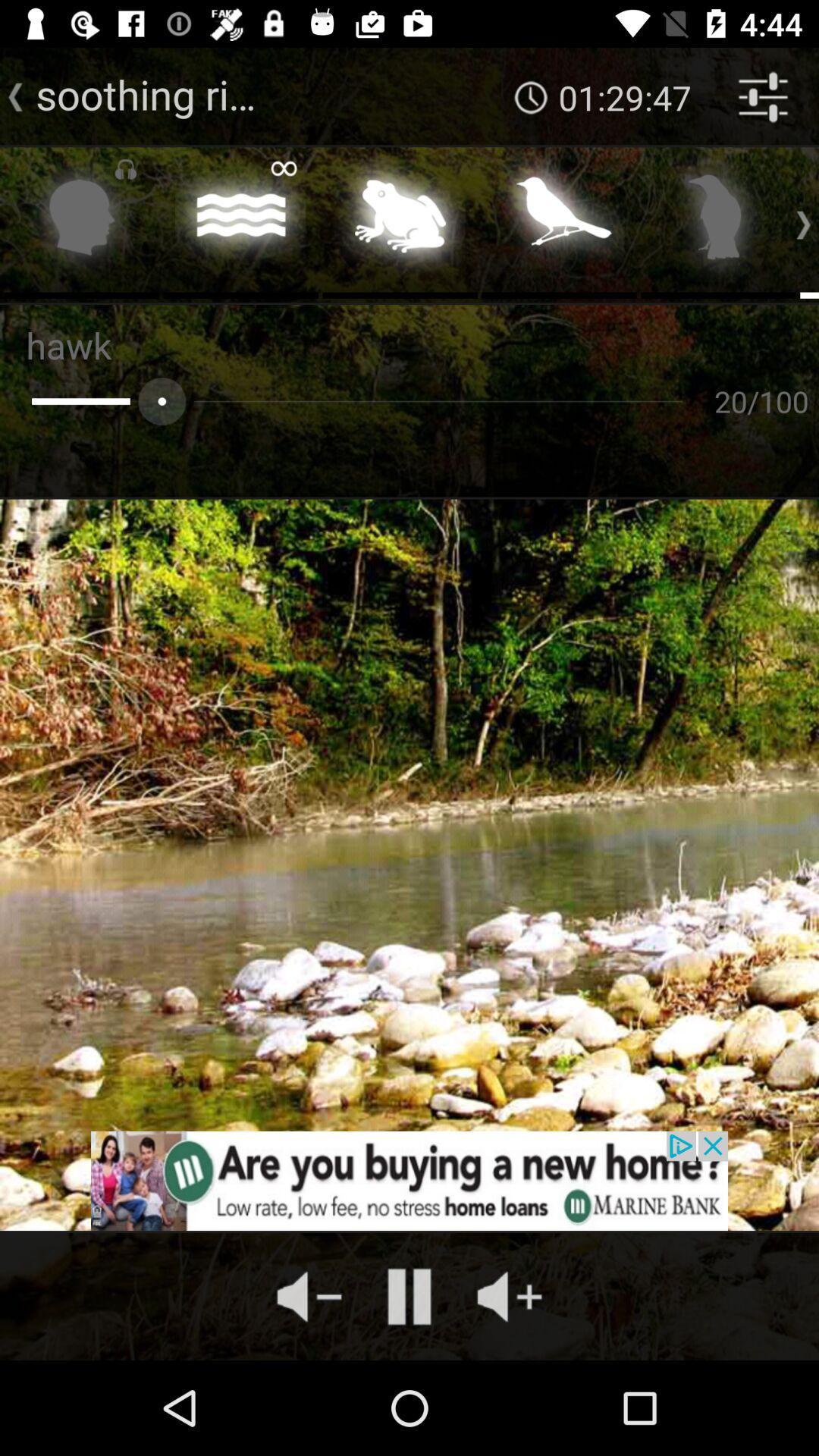 This screenshot has height=1456, width=819. I want to click on bird sounds, so click(717, 221).